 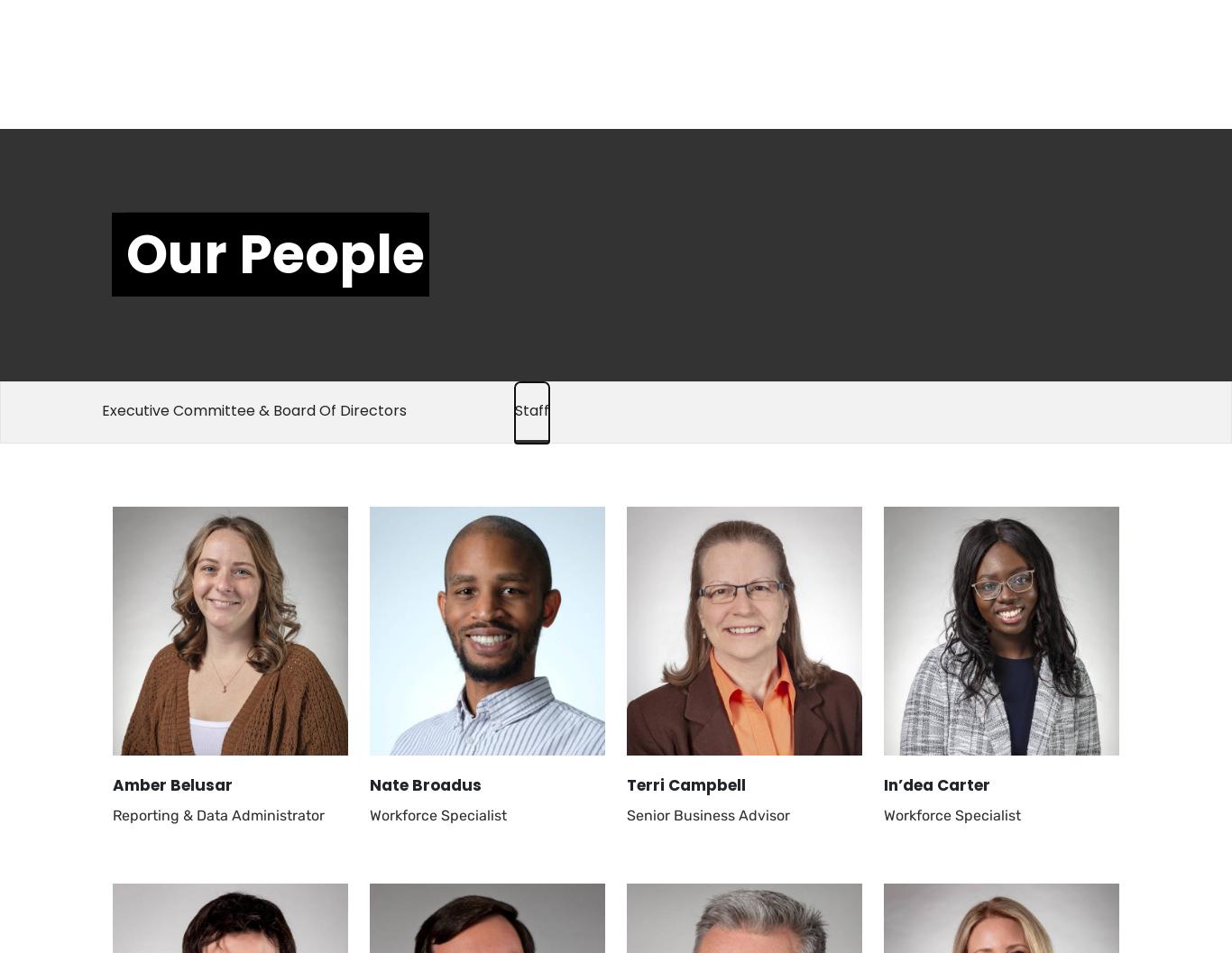 What do you see at coordinates (930, 455) in the screenshot?
I see `'Mark Sewell'` at bounding box center [930, 455].